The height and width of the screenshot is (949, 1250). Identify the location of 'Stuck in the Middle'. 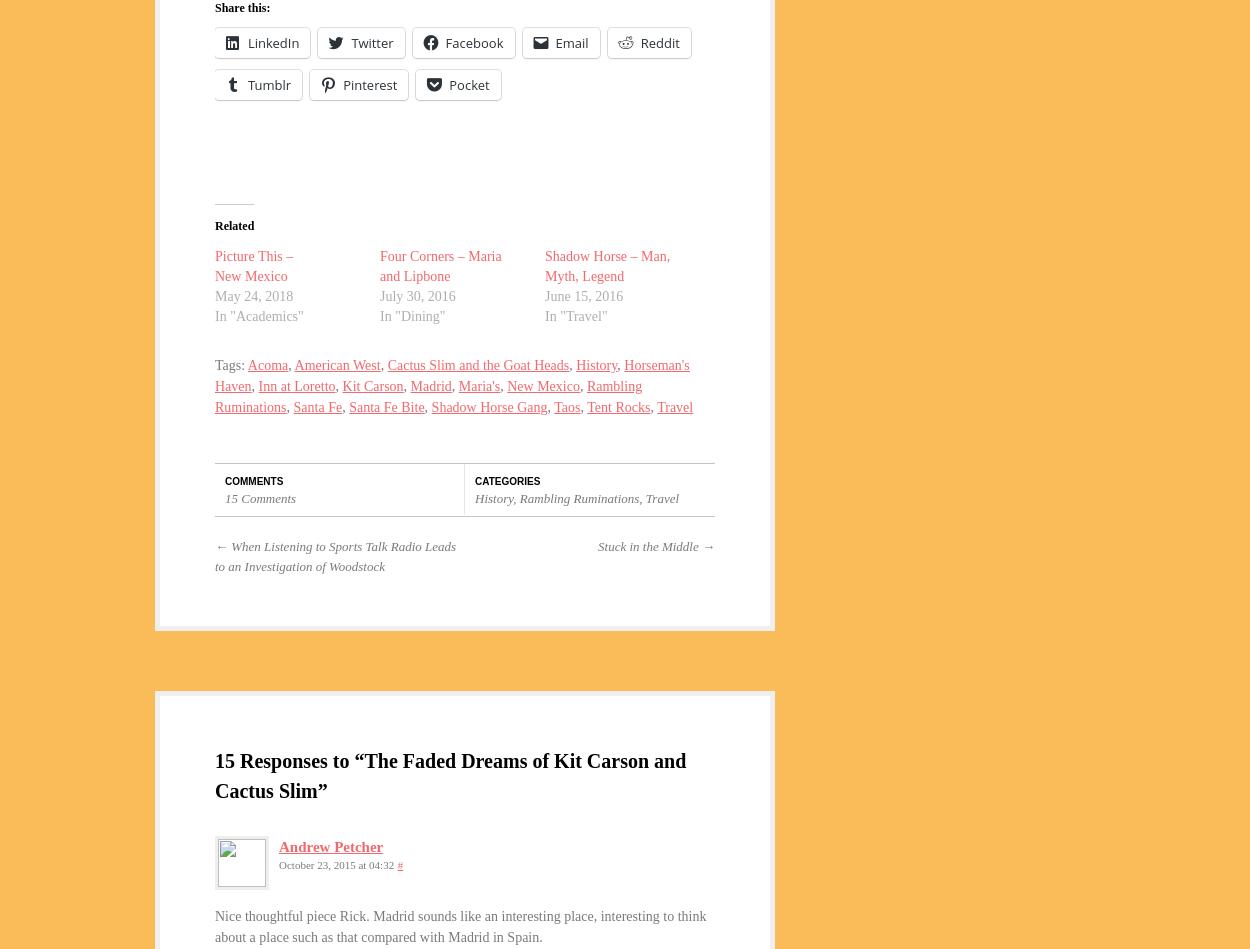
(650, 545).